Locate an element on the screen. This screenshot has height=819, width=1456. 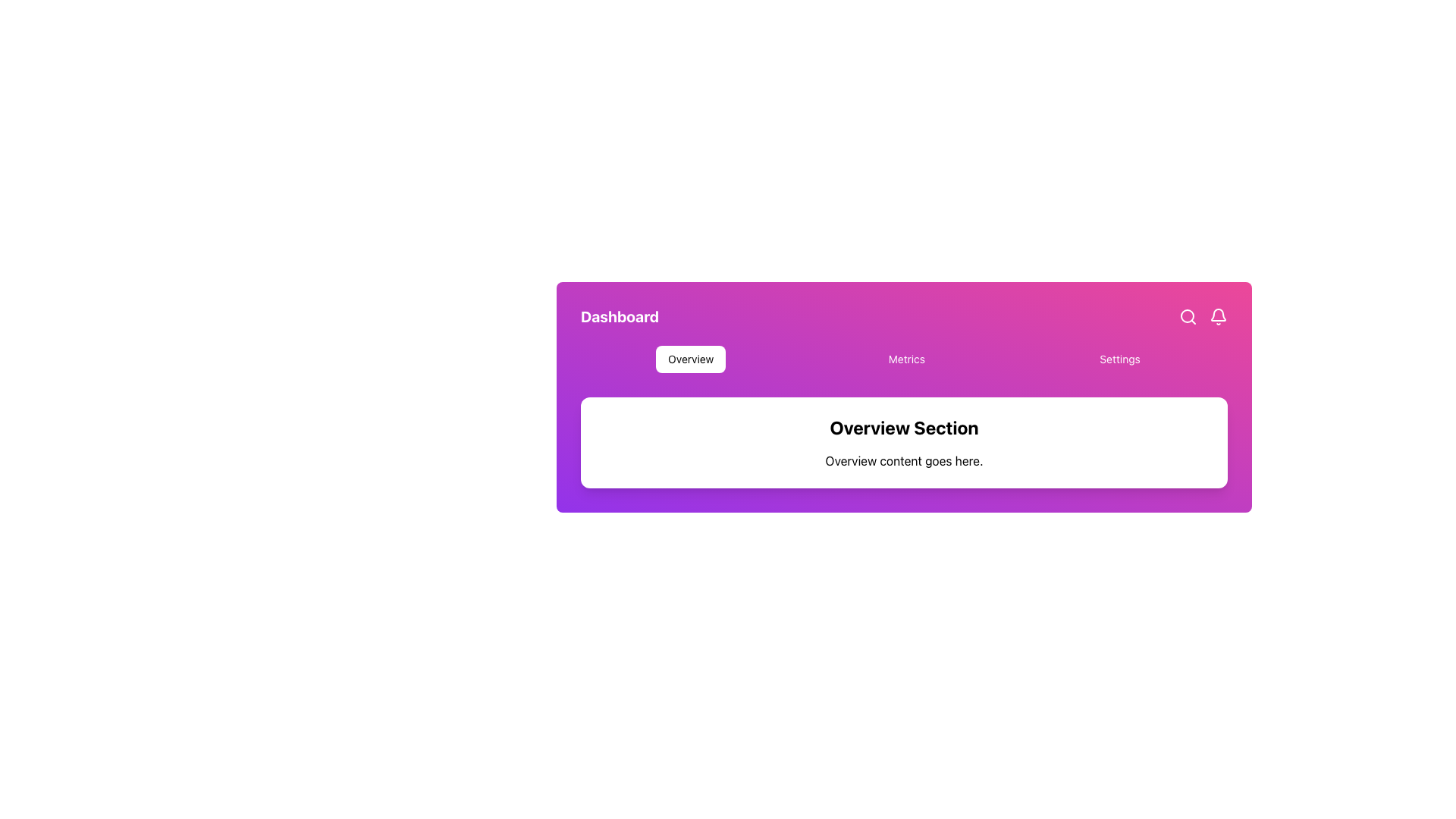
the 'Metrics' option in the Navigation Menu, which is horizontally aligned below the 'Dashboard' title and above the 'Overview Section' is located at coordinates (904, 359).